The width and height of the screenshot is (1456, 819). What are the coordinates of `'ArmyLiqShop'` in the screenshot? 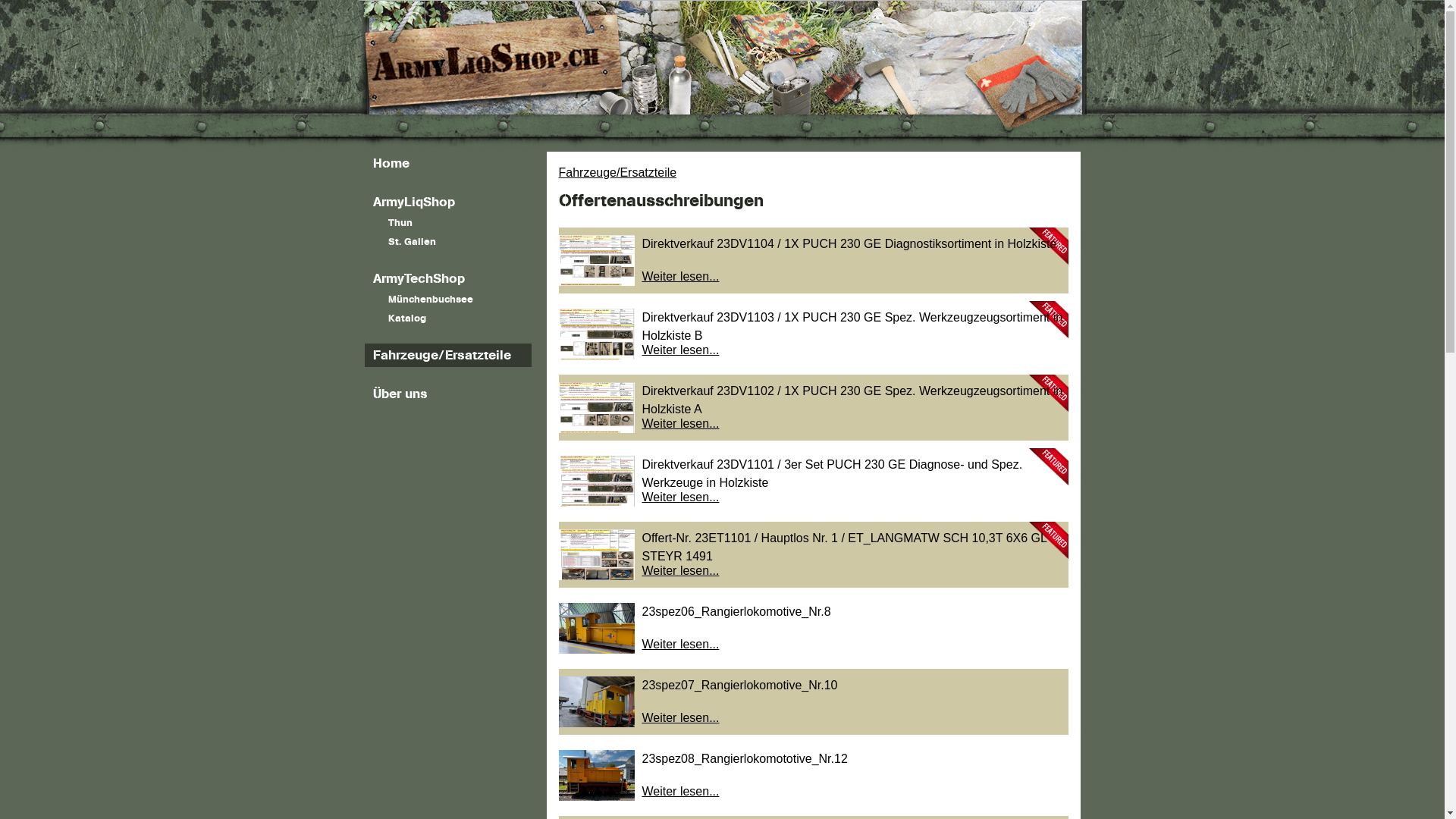 It's located at (447, 201).